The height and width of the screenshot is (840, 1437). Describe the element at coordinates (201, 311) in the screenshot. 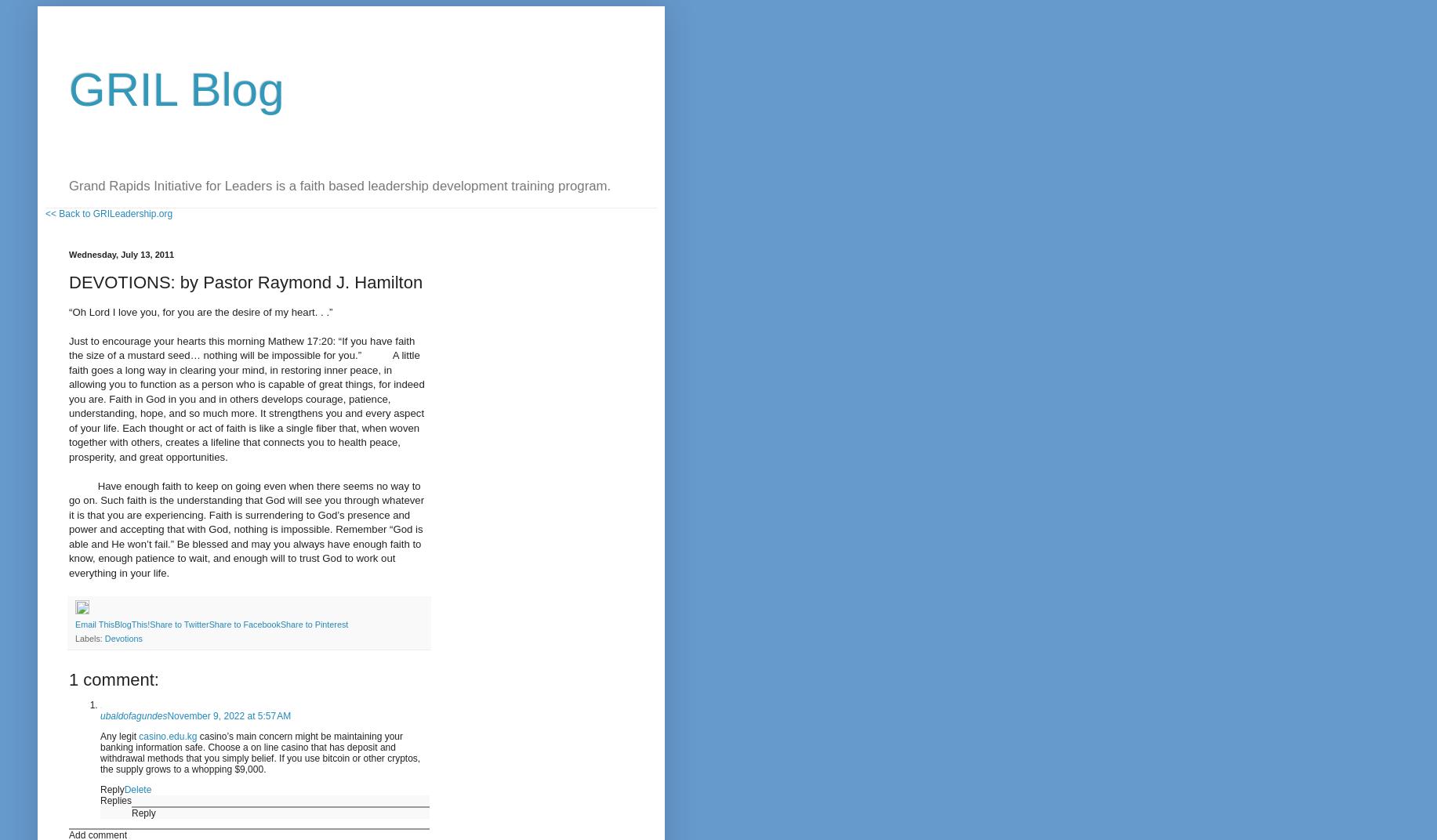

I see `'“Oh Lord I love you, for you are the desire of my heart. . .”'` at that location.